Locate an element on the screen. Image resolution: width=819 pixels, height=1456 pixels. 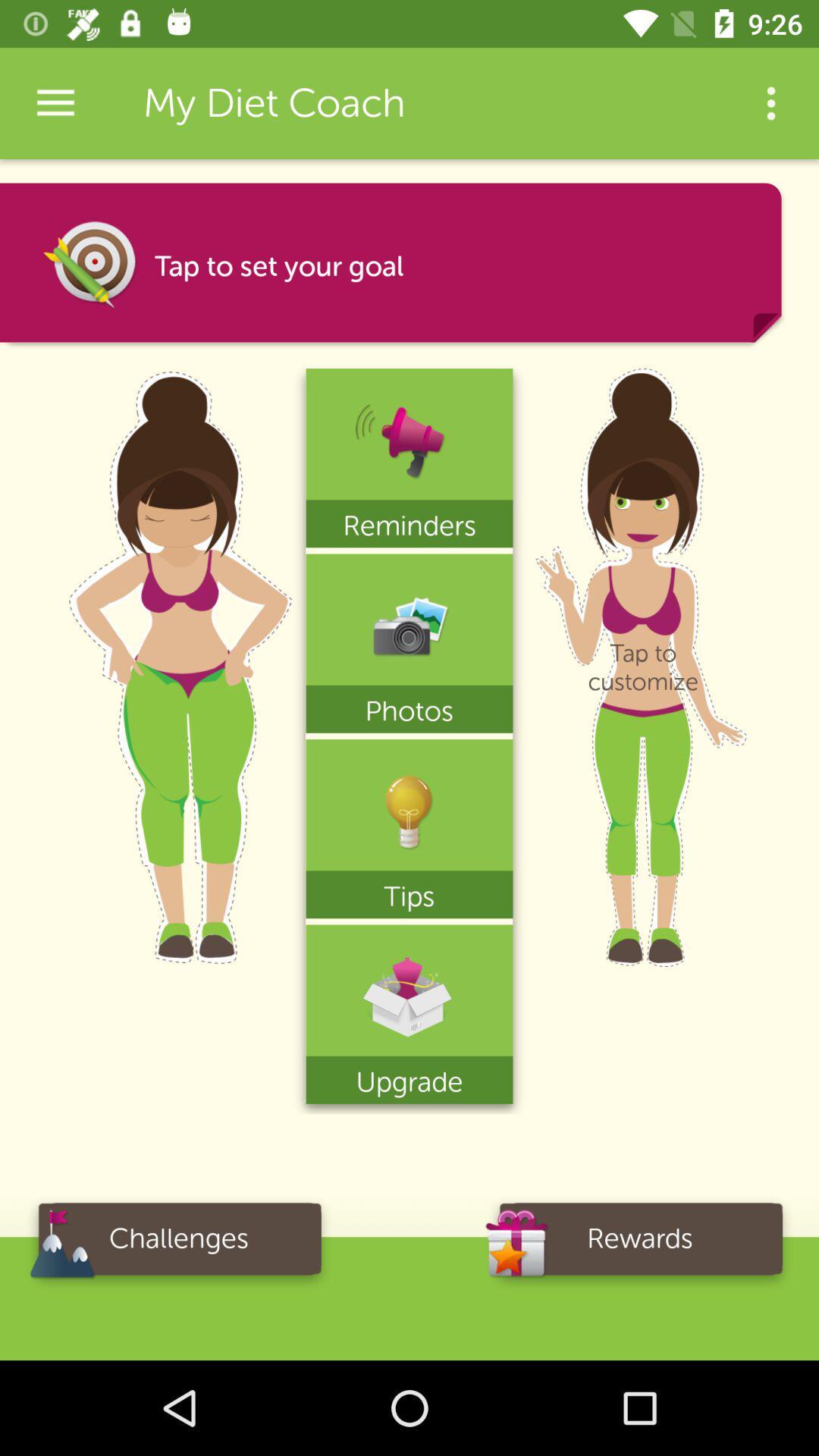
item to the right of challenges icon is located at coordinates (640, 1244).